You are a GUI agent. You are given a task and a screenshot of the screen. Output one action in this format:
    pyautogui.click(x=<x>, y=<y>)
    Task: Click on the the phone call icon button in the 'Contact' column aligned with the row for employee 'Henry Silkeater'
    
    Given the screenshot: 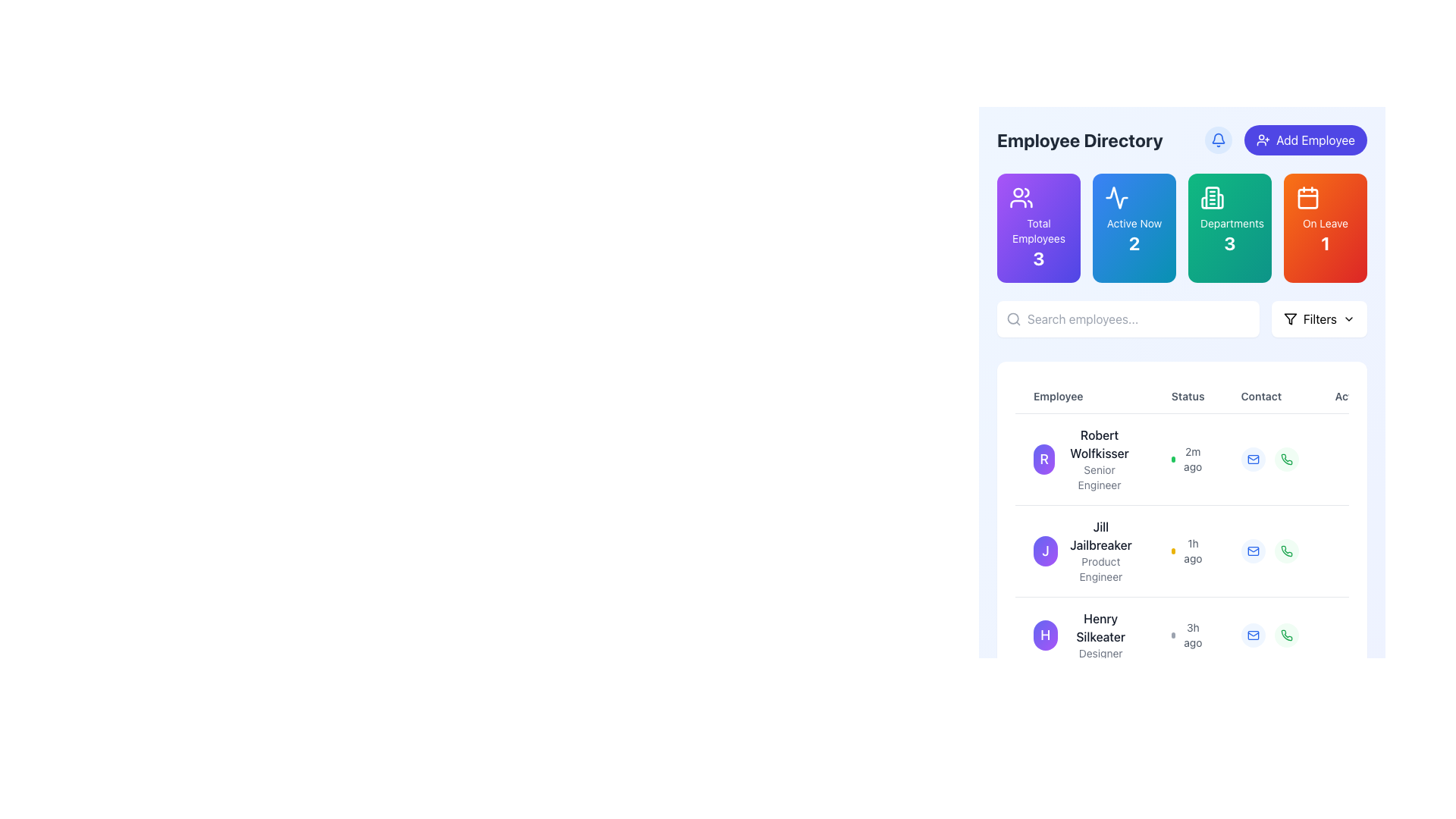 What is the action you would take?
    pyautogui.click(x=1285, y=551)
    